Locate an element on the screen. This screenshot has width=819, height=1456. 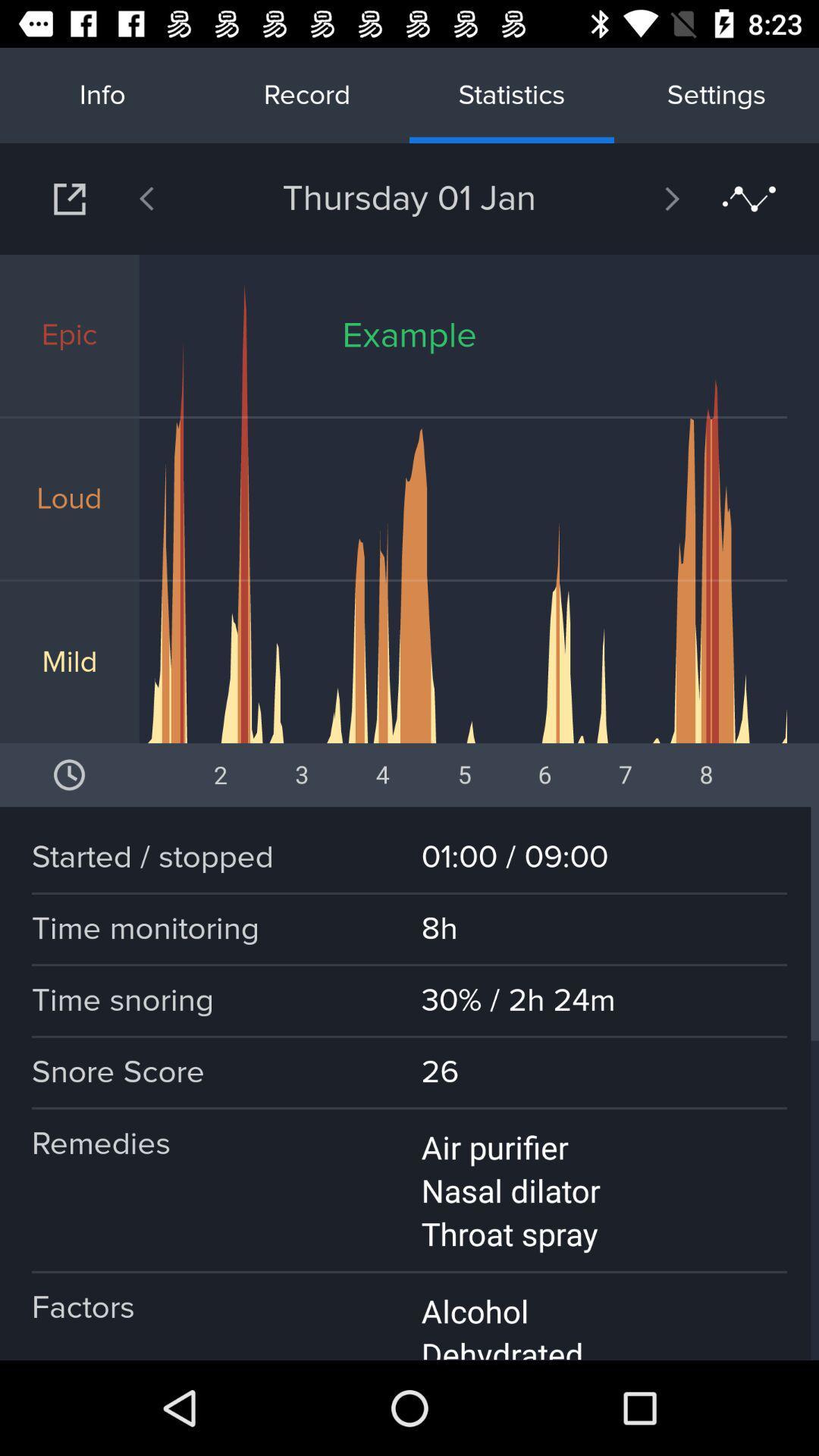
the app to the right of the thursday 01 jan is located at coordinates (632, 198).